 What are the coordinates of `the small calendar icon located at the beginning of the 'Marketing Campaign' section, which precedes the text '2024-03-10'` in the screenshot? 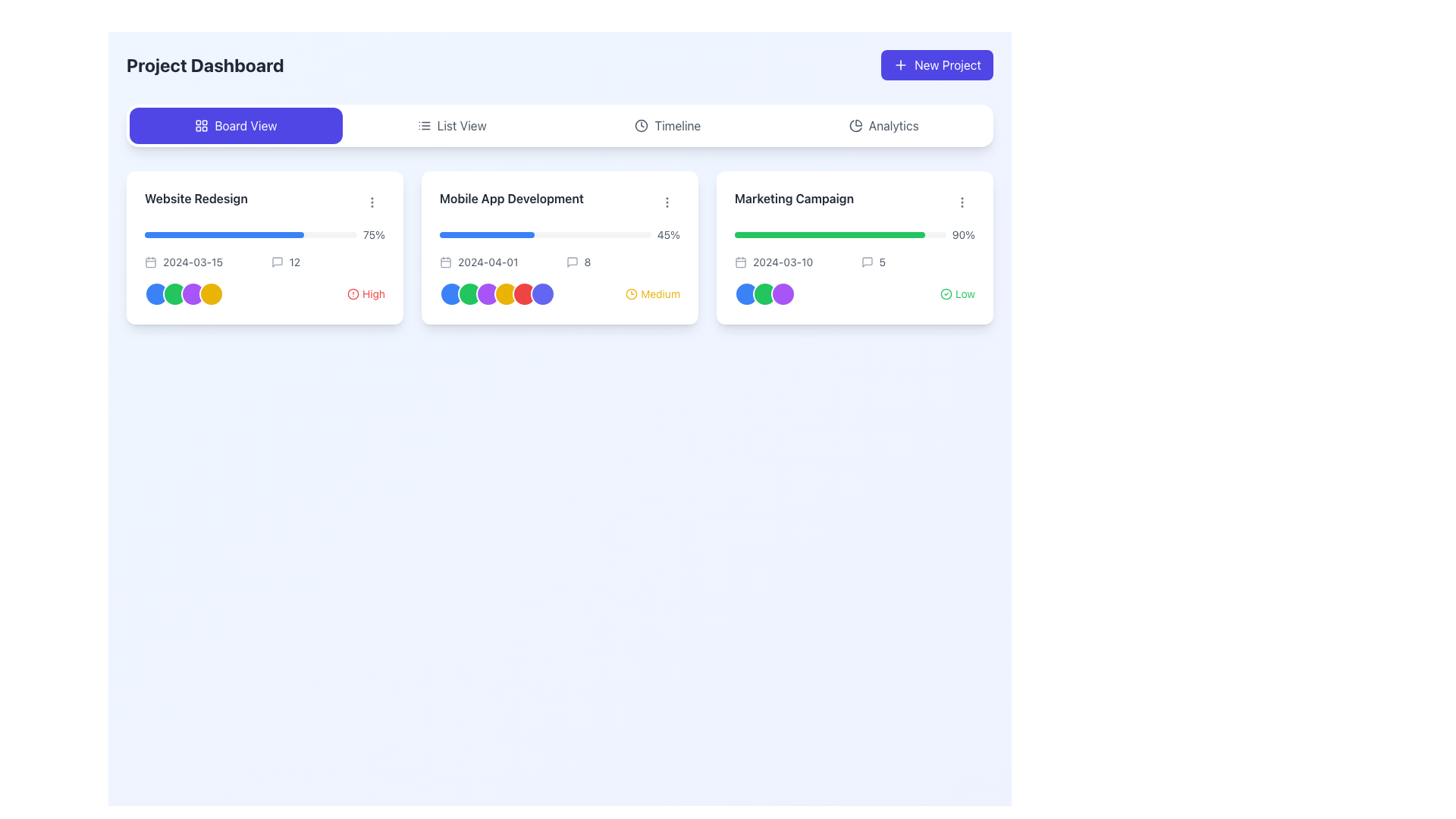 It's located at (741, 262).